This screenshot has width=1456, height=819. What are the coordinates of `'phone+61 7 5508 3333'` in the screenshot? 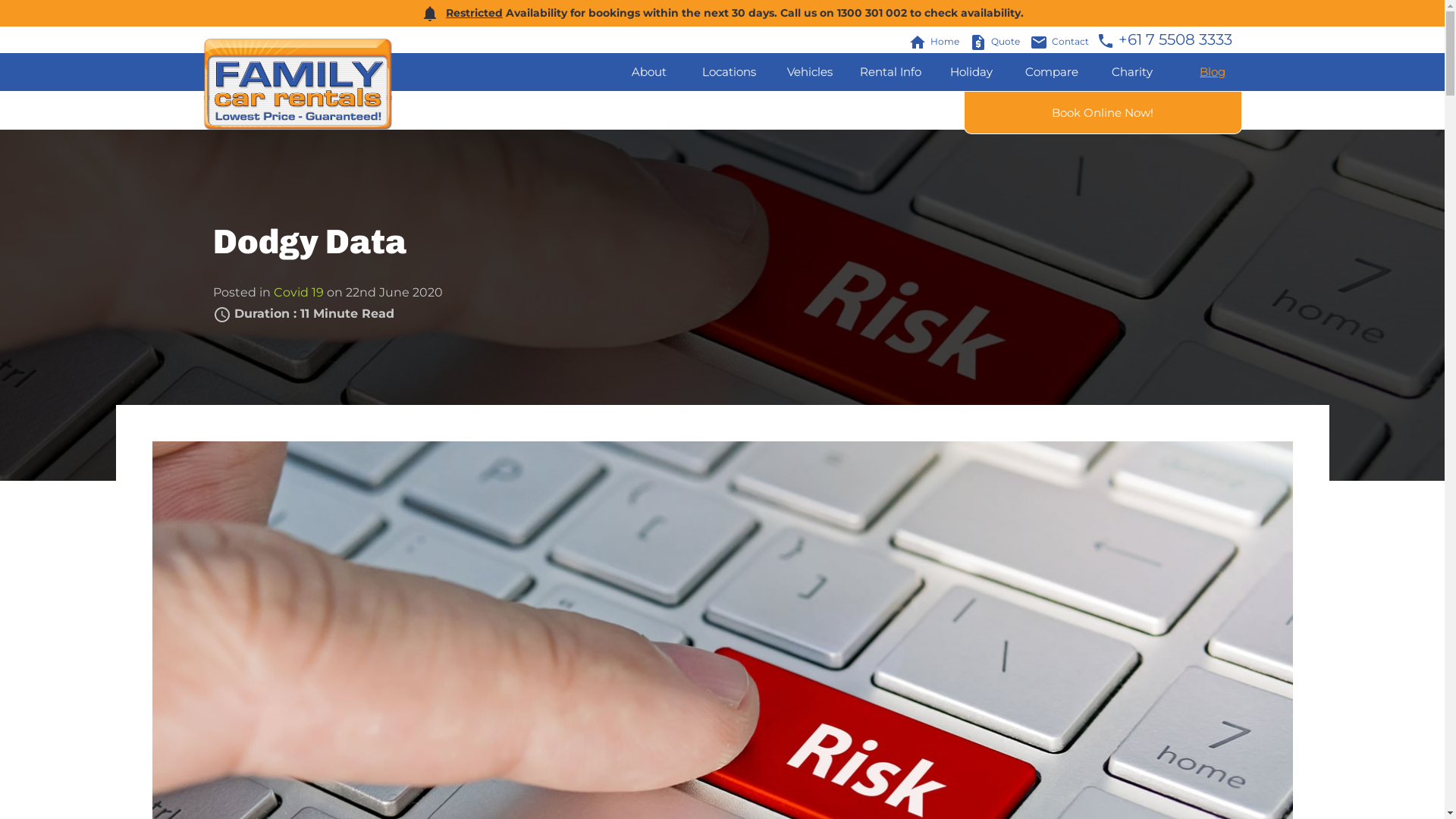 It's located at (1163, 38).